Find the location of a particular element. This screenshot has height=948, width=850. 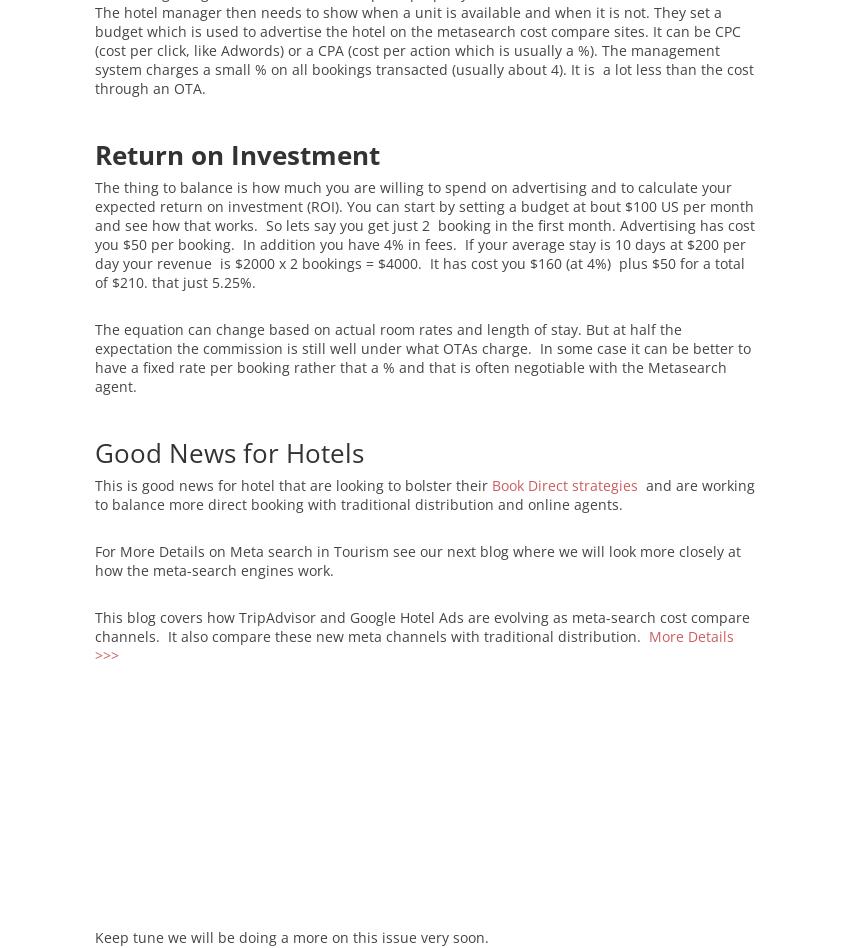

'The equation can change based on actual room rates and length of stay. But at half the expectation the commission is still well under what OTAs charge.  In some case it can be better to have a fixed rate per booking rather that a % and that is often negotiable with the Metasearch agent.' is located at coordinates (422, 356).